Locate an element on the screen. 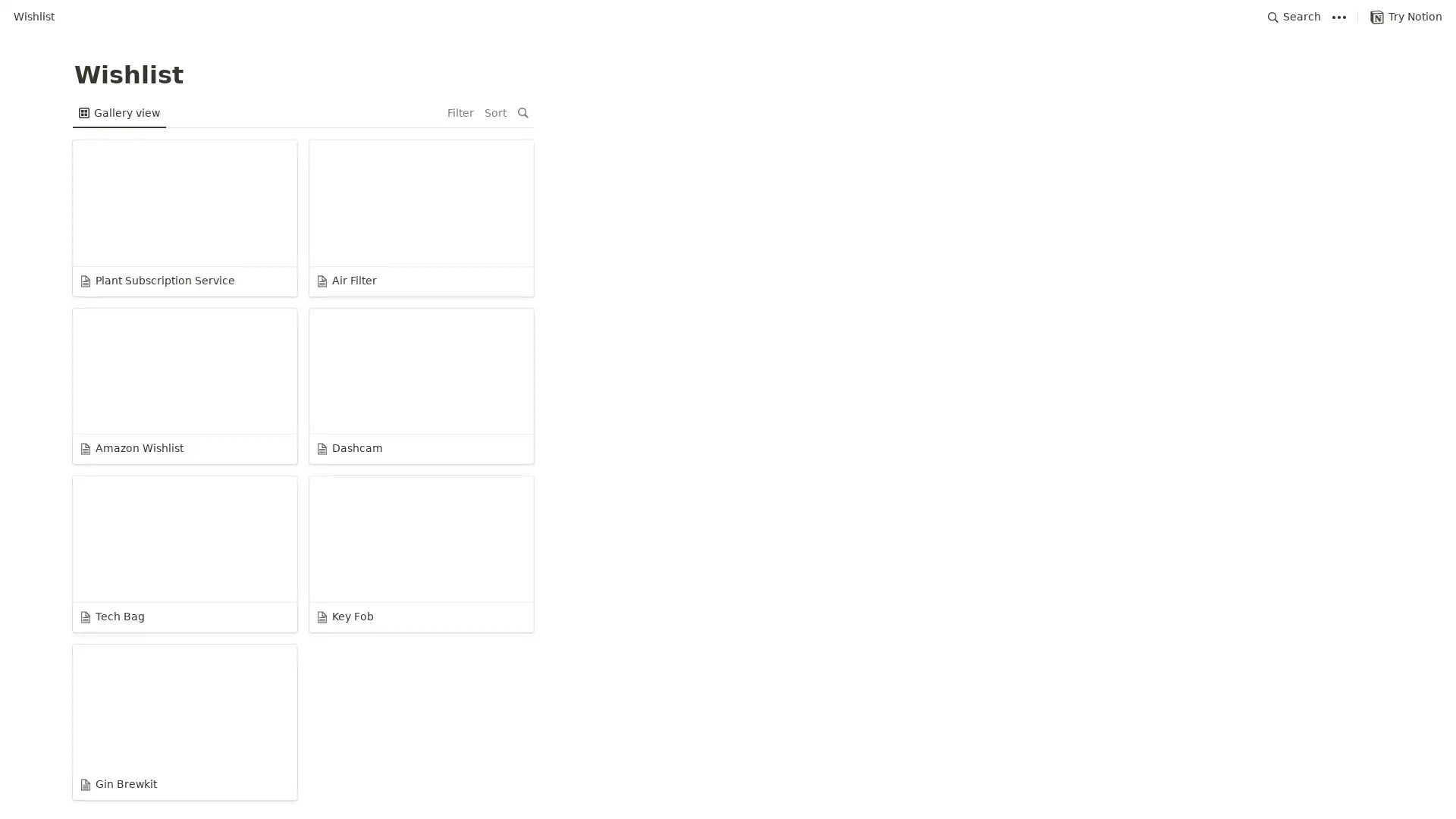 The image size is (1456, 819). Sort is located at coordinates (1345, 112).